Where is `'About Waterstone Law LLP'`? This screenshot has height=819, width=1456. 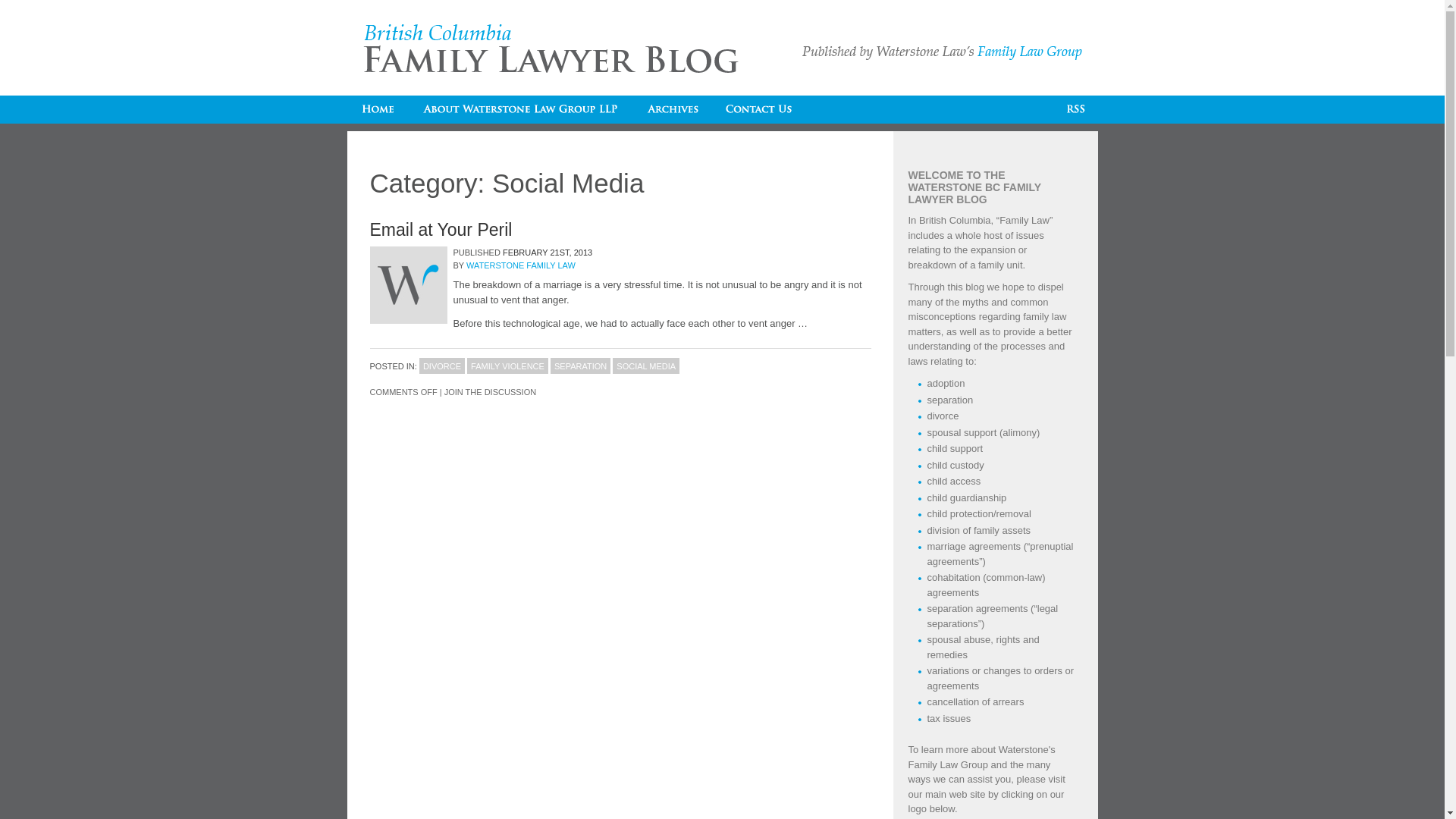
'About Waterstone Law LLP' is located at coordinates (520, 108).